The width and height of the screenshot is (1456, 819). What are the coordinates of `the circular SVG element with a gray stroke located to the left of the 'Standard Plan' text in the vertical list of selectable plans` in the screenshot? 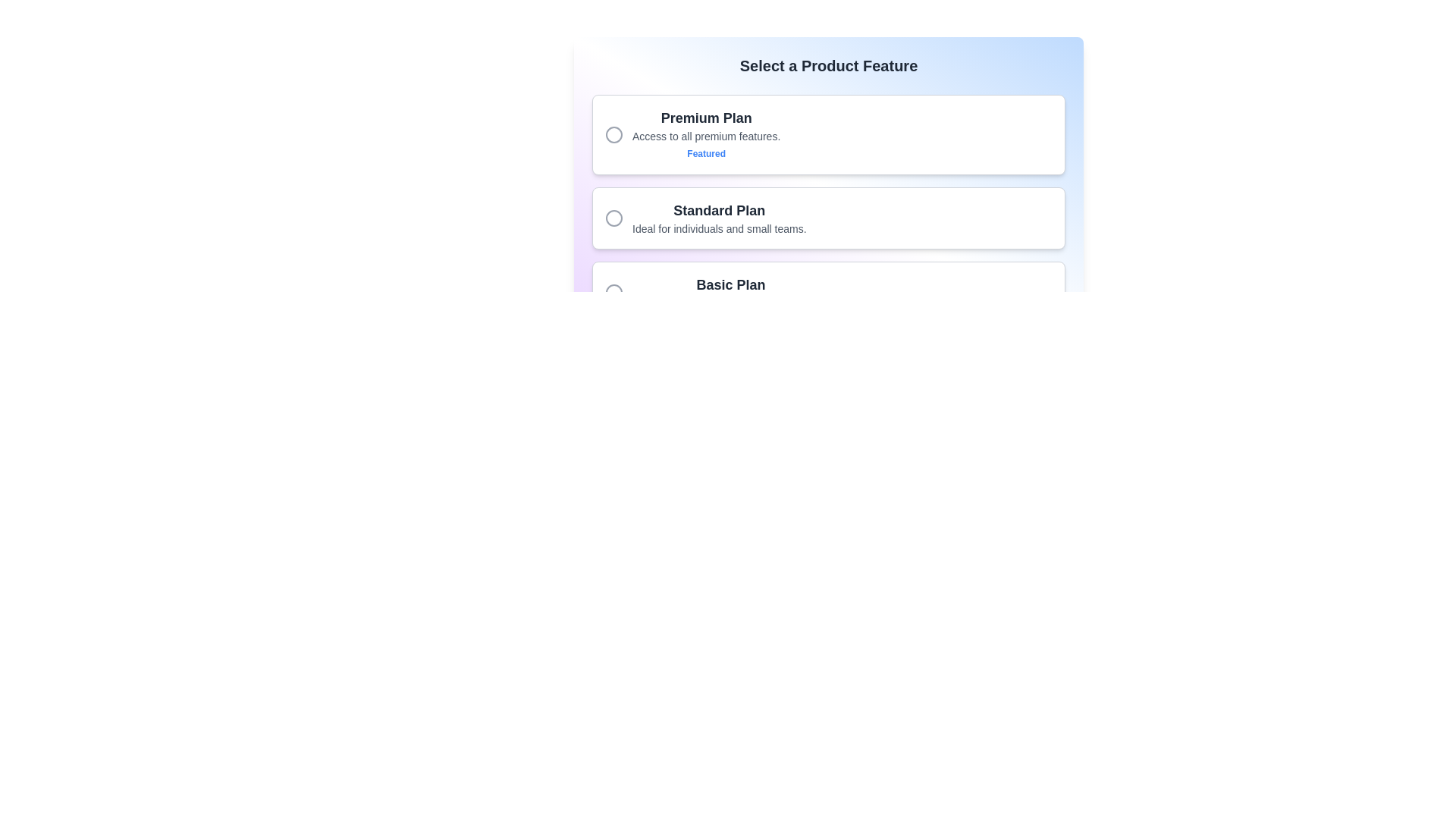 It's located at (614, 218).